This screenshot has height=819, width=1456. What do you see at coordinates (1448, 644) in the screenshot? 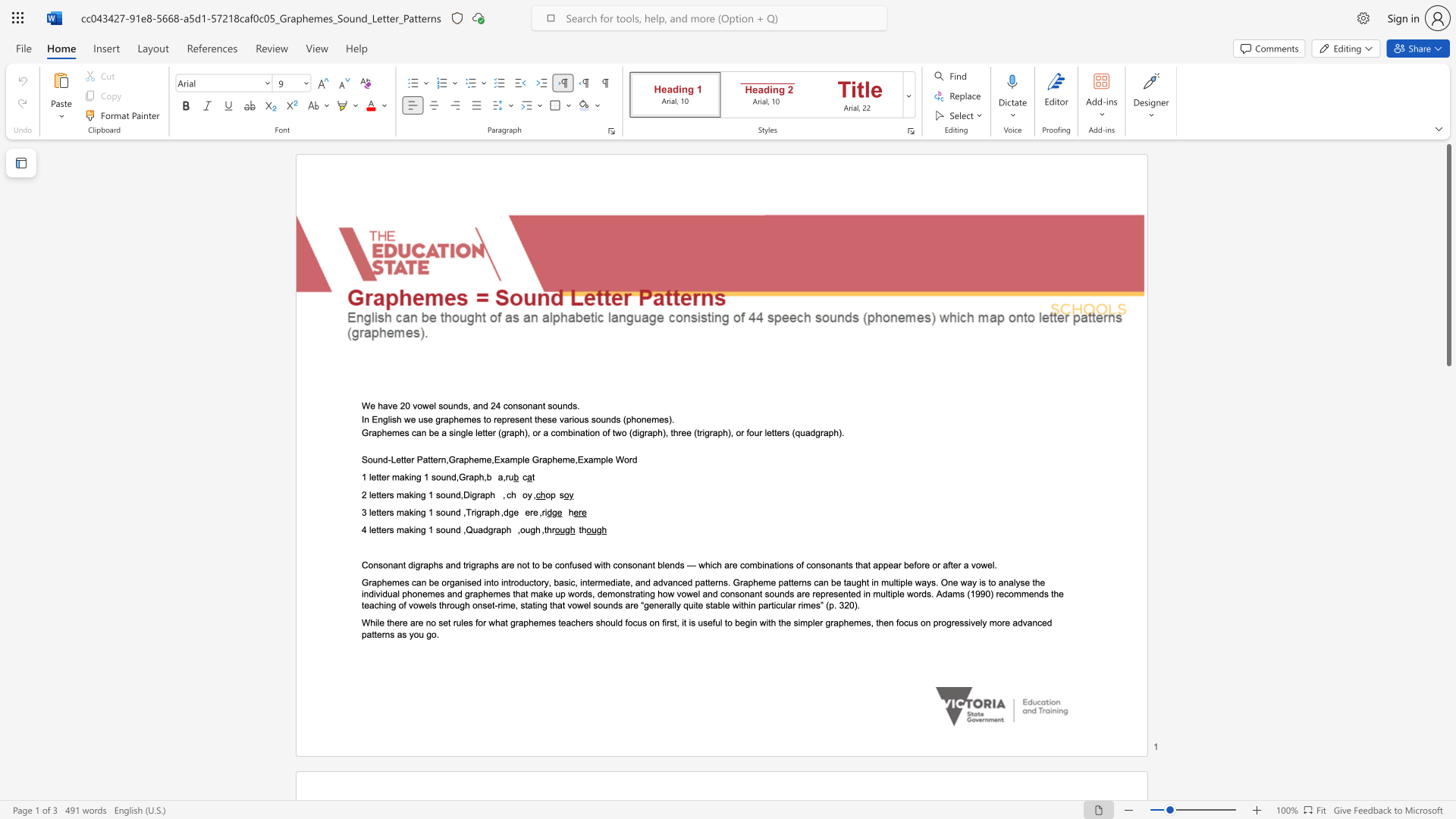
I see `the scrollbar to scroll downward` at bounding box center [1448, 644].